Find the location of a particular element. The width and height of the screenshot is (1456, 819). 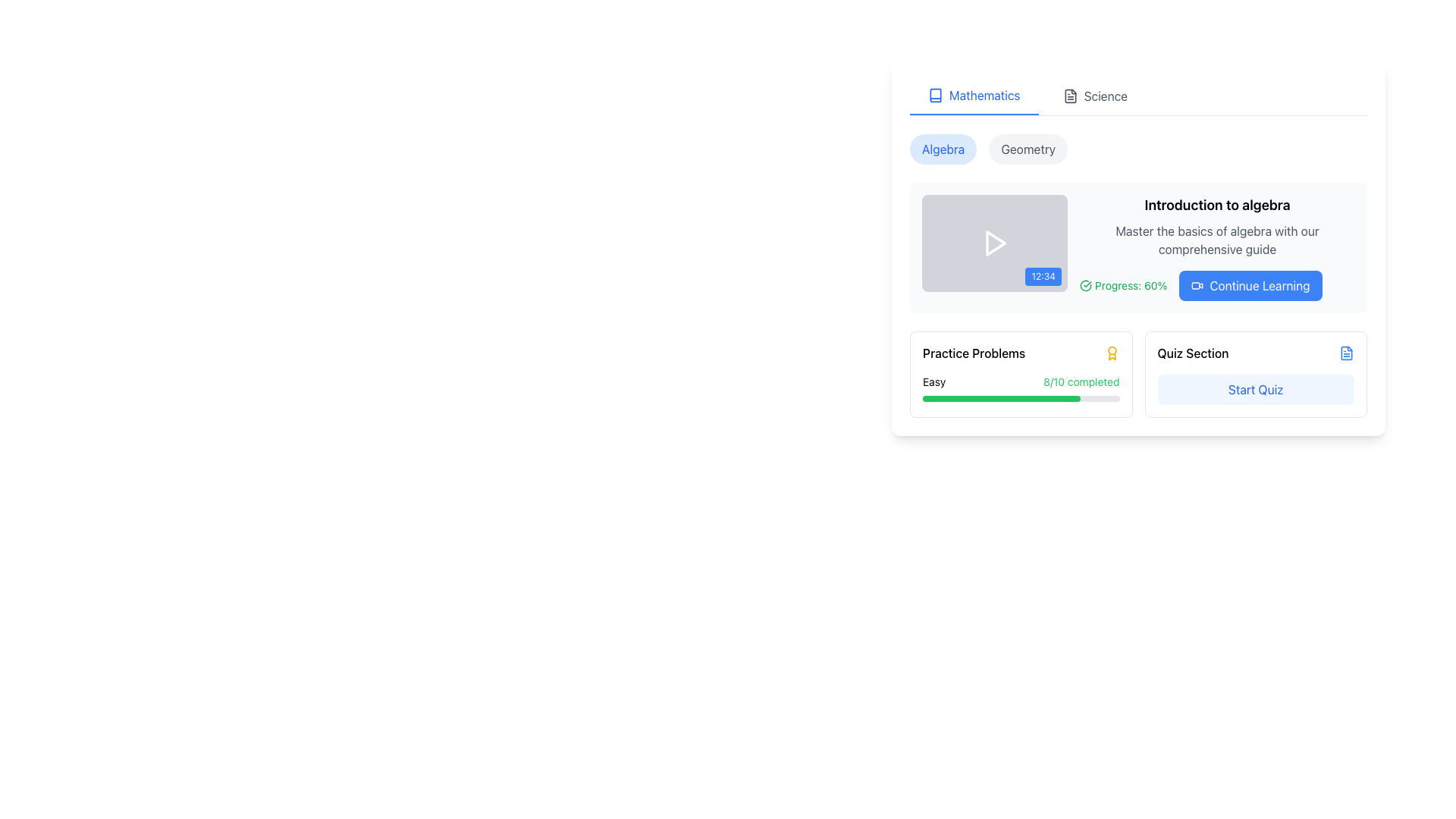

the 'Science' text label in the header section is located at coordinates (1106, 96).